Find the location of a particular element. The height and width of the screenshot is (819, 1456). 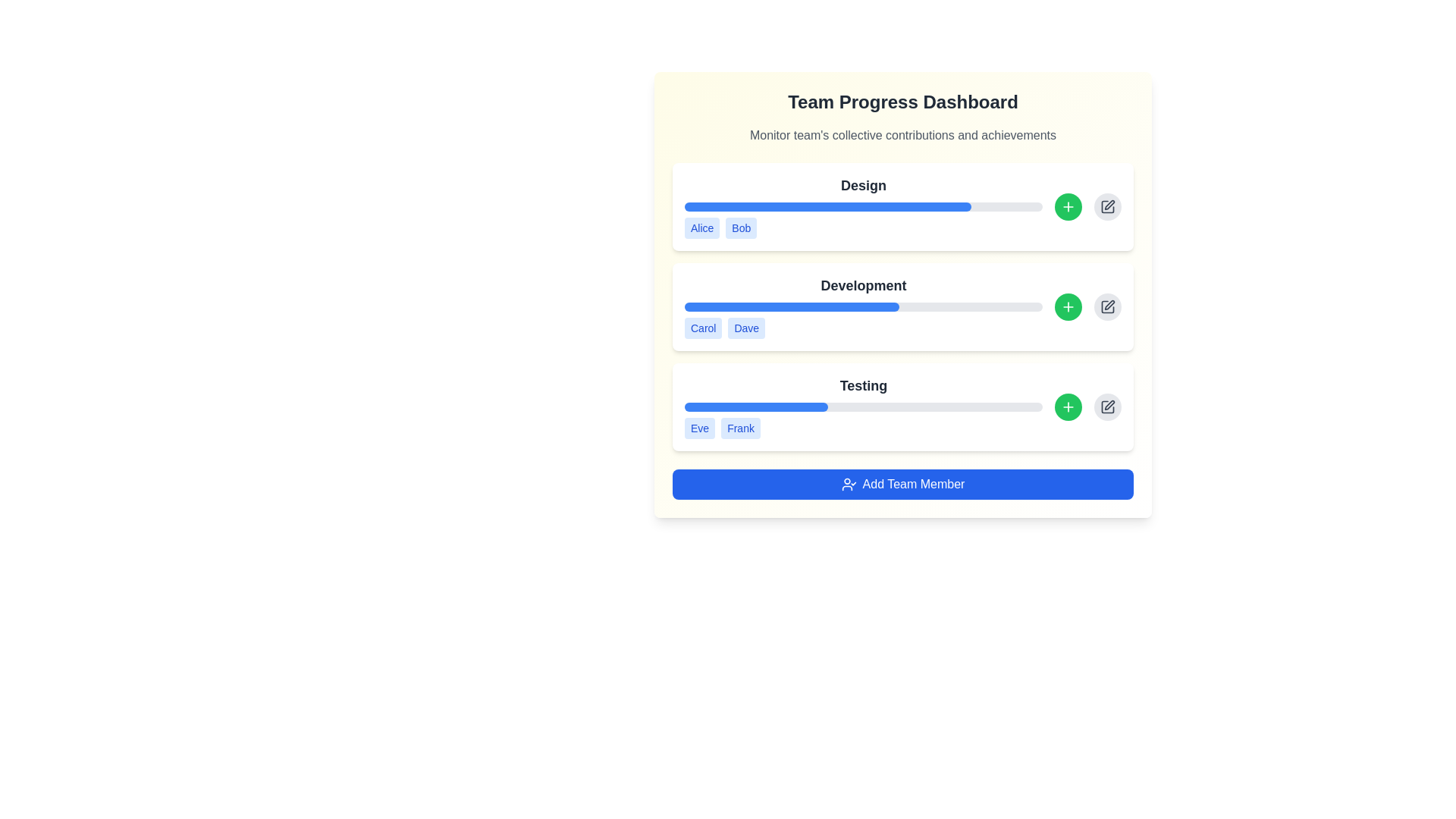

the Progress bar segment representing the completion of the 'Testing' task, located in the 'Testing' section of the interface is located at coordinates (756, 406).